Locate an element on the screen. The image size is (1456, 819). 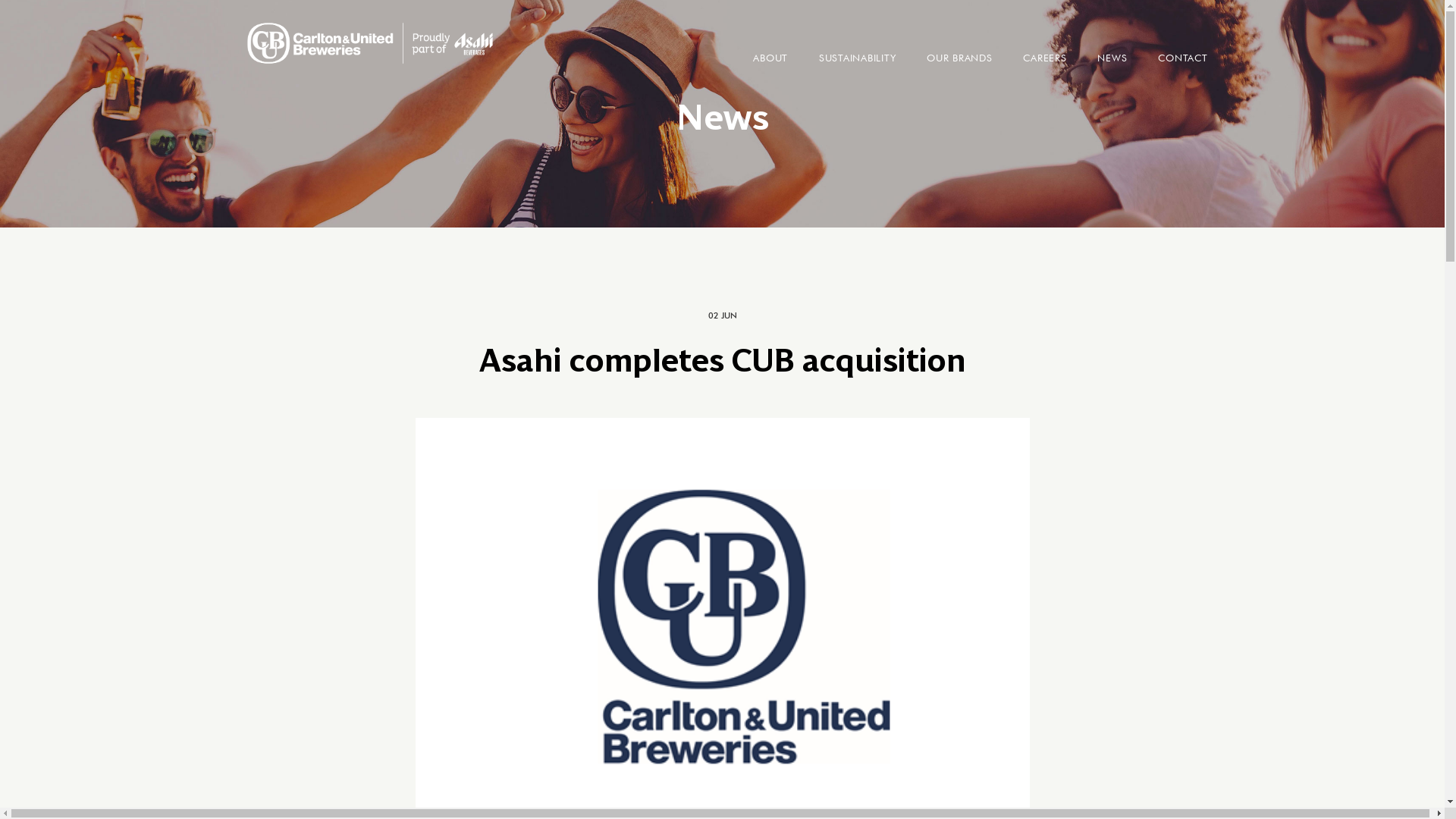
'CONTACT' is located at coordinates (1181, 63).